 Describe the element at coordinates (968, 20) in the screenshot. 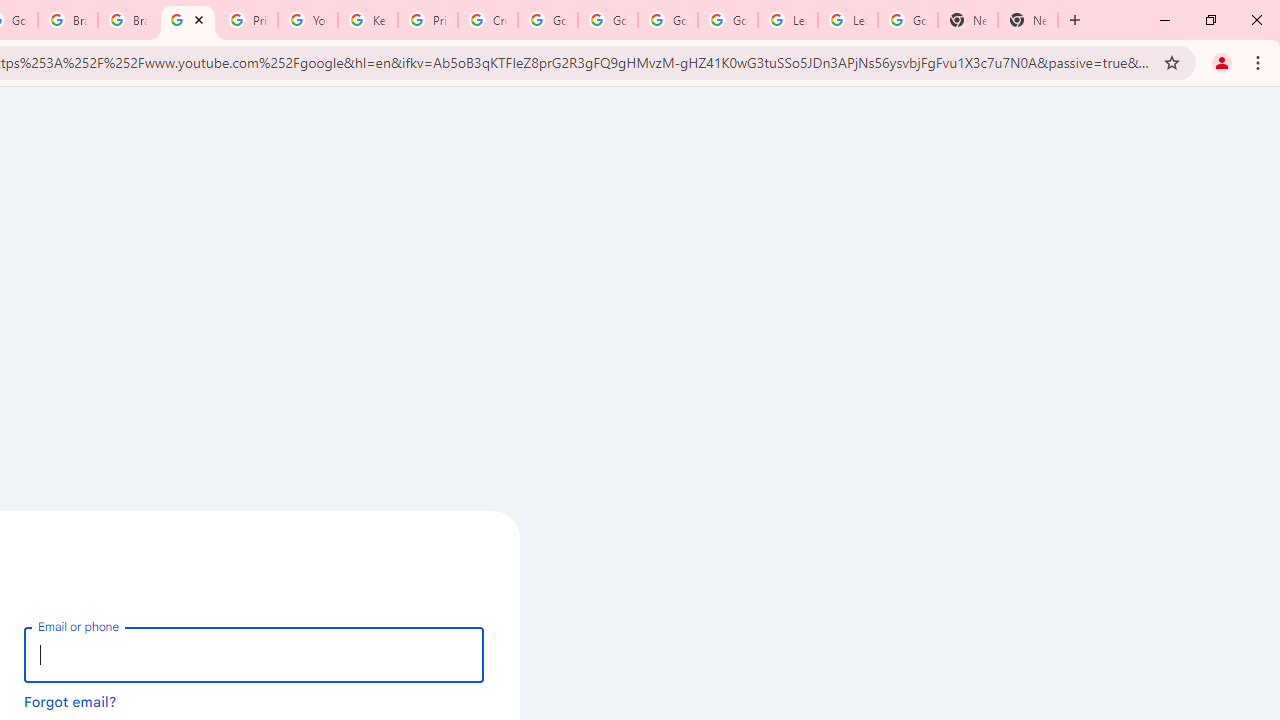

I see `'New Tab'` at that location.